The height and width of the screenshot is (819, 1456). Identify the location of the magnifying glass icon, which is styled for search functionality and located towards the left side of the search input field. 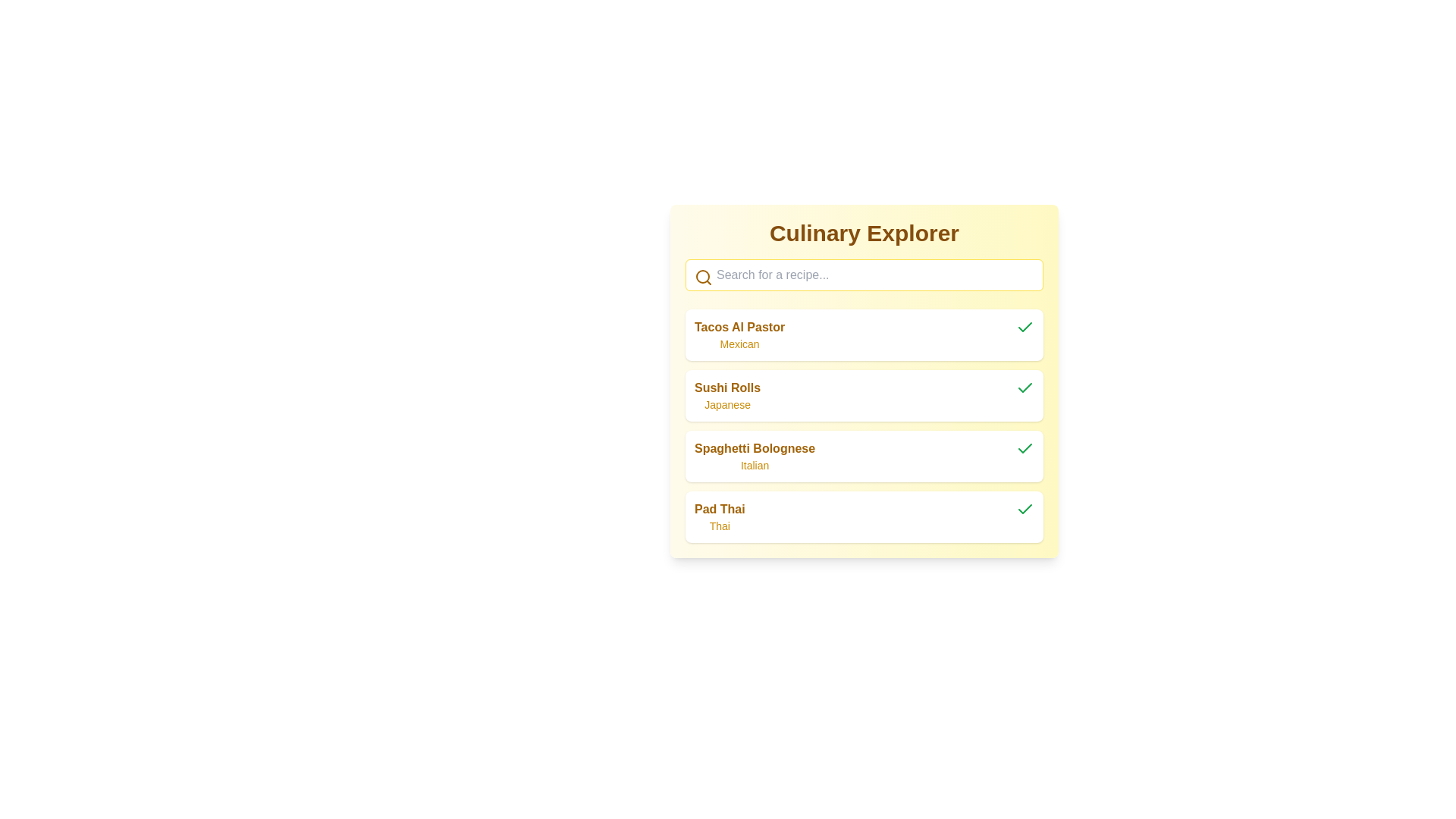
(702, 278).